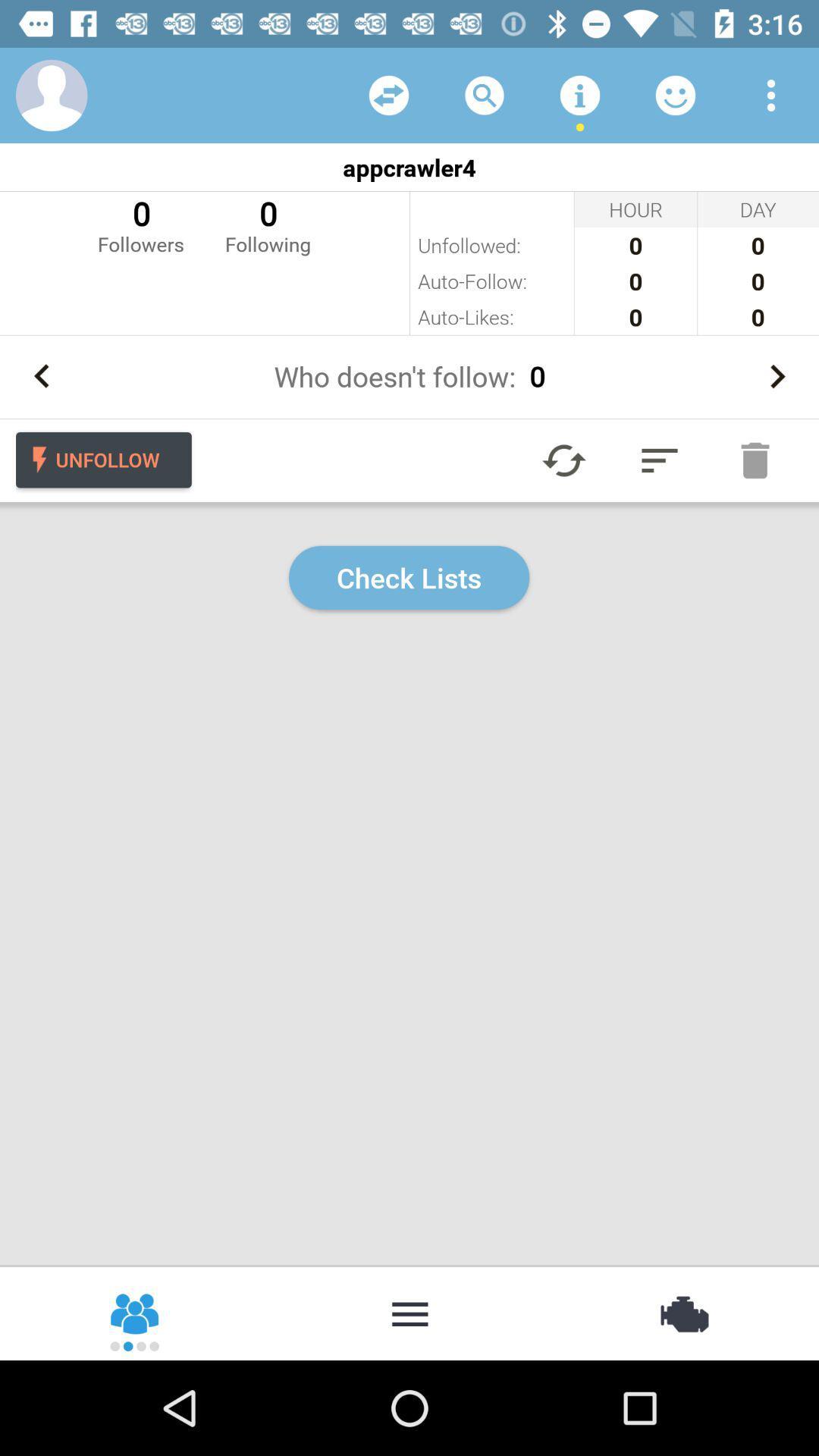 This screenshot has width=819, height=1456. I want to click on switch trash option, so click(755, 460).